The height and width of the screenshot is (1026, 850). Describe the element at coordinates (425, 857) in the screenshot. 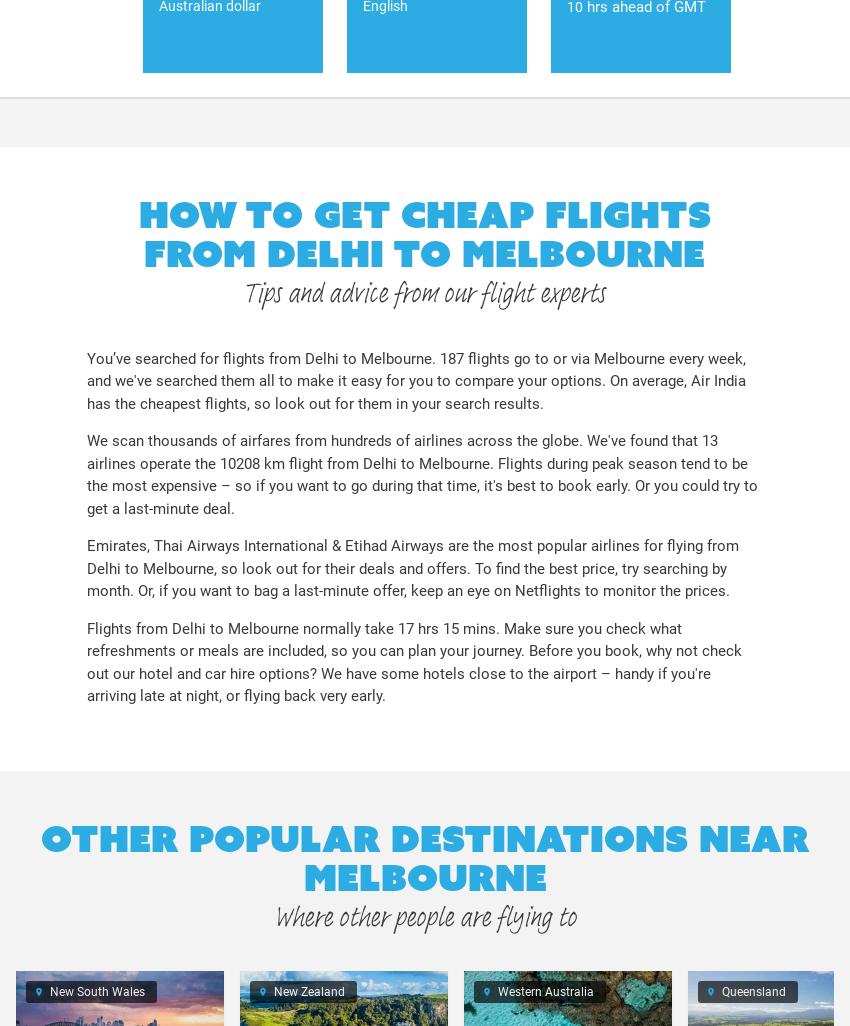

I see `'Other popular destinations near Melbourne'` at that location.